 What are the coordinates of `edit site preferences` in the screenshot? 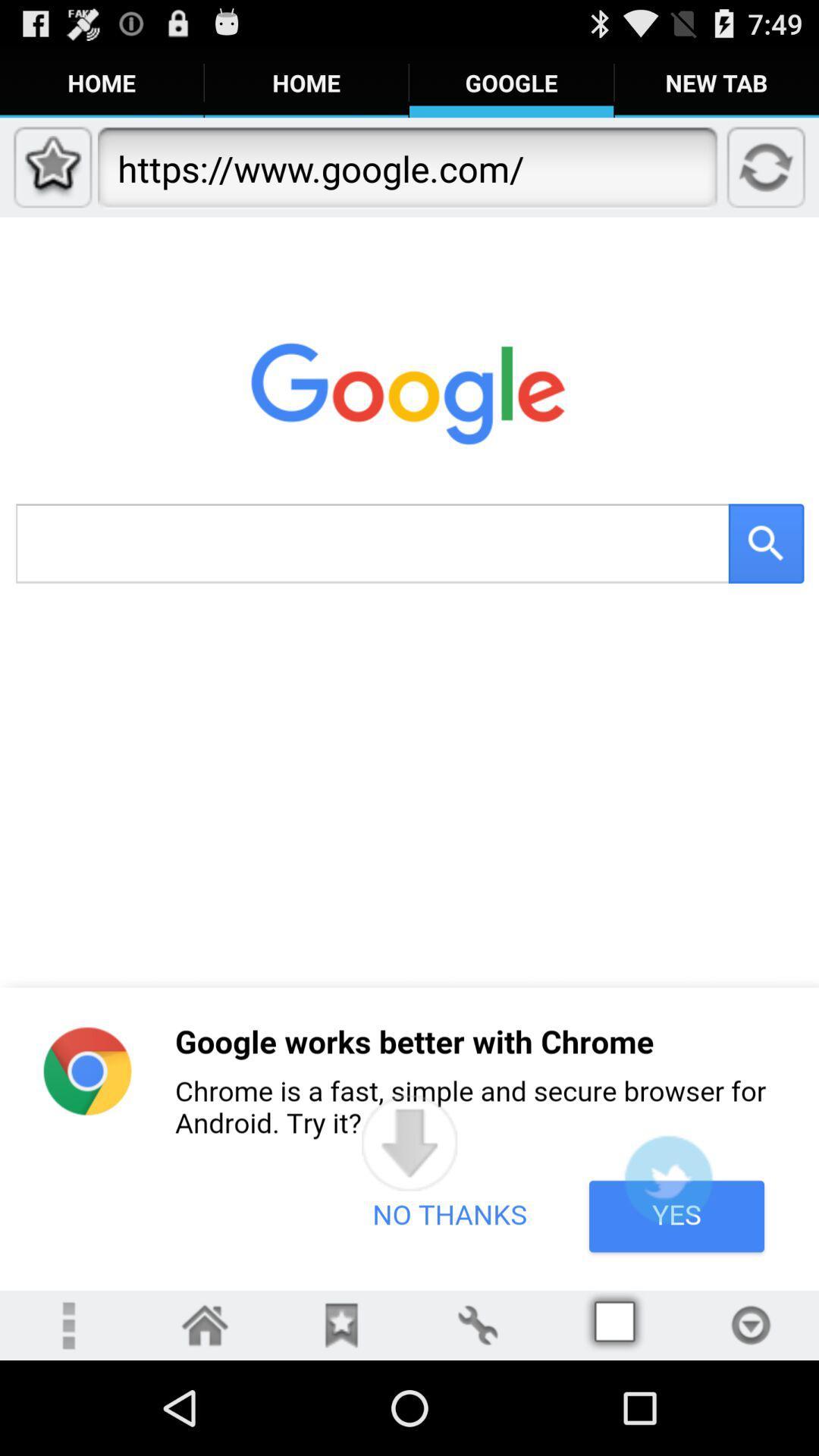 It's located at (476, 1324).